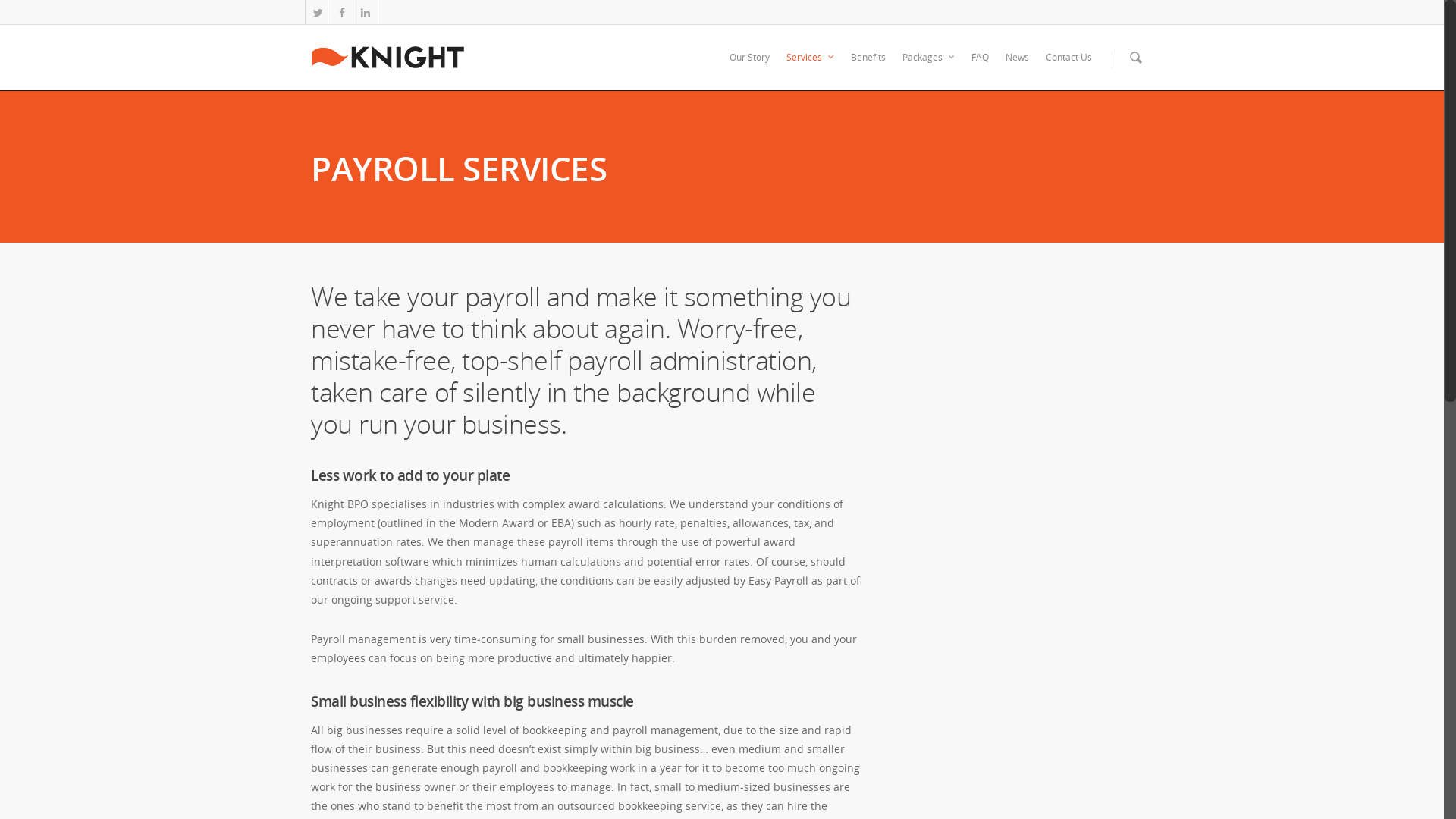 Image resolution: width=1456 pixels, height=819 pixels. I want to click on 'News', so click(997, 67).